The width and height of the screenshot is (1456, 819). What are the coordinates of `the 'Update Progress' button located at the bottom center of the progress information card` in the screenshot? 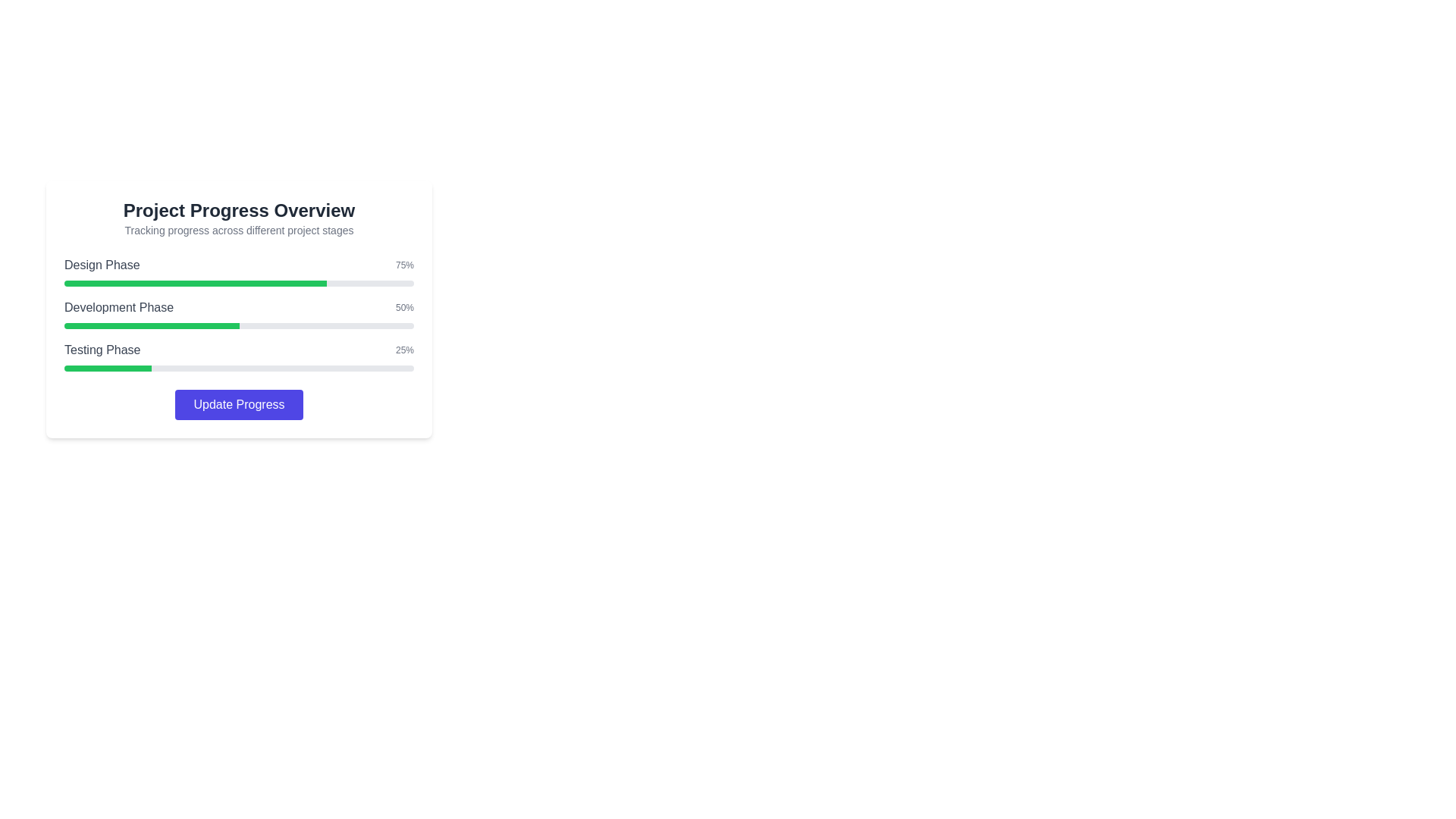 It's located at (238, 403).